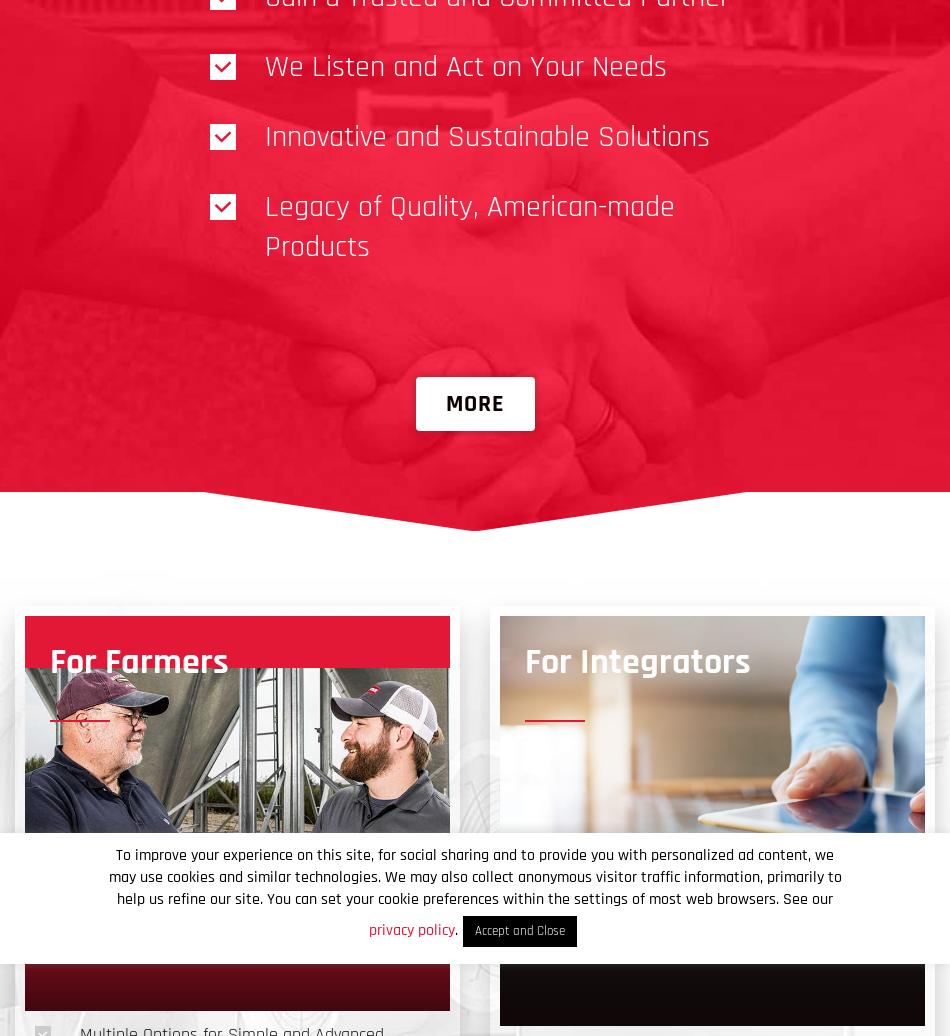 This screenshot has width=950, height=1036. Describe the element at coordinates (454, 930) in the screenshot. I see `'.'` at that location.